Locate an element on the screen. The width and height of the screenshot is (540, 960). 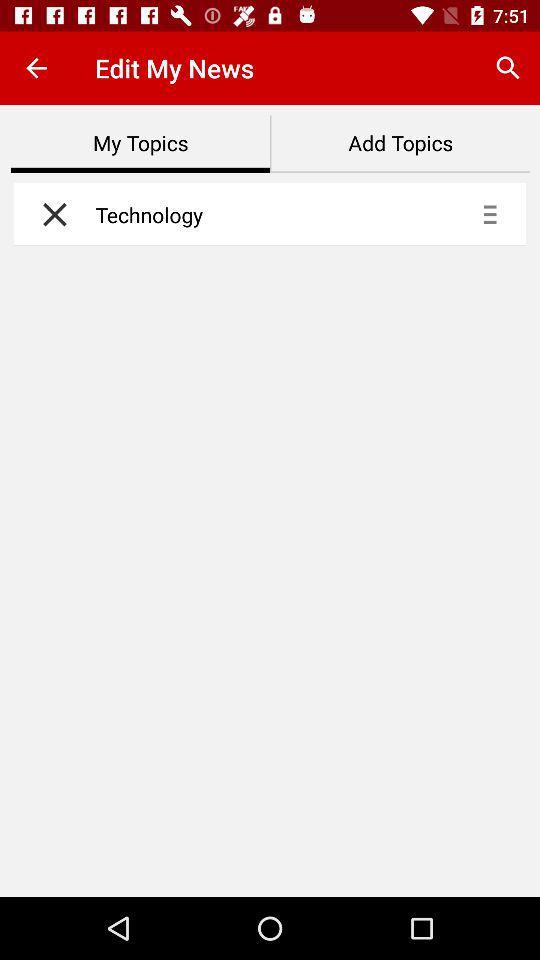
the icon to the right of edit my news icon is located at coordinates (508, 68).